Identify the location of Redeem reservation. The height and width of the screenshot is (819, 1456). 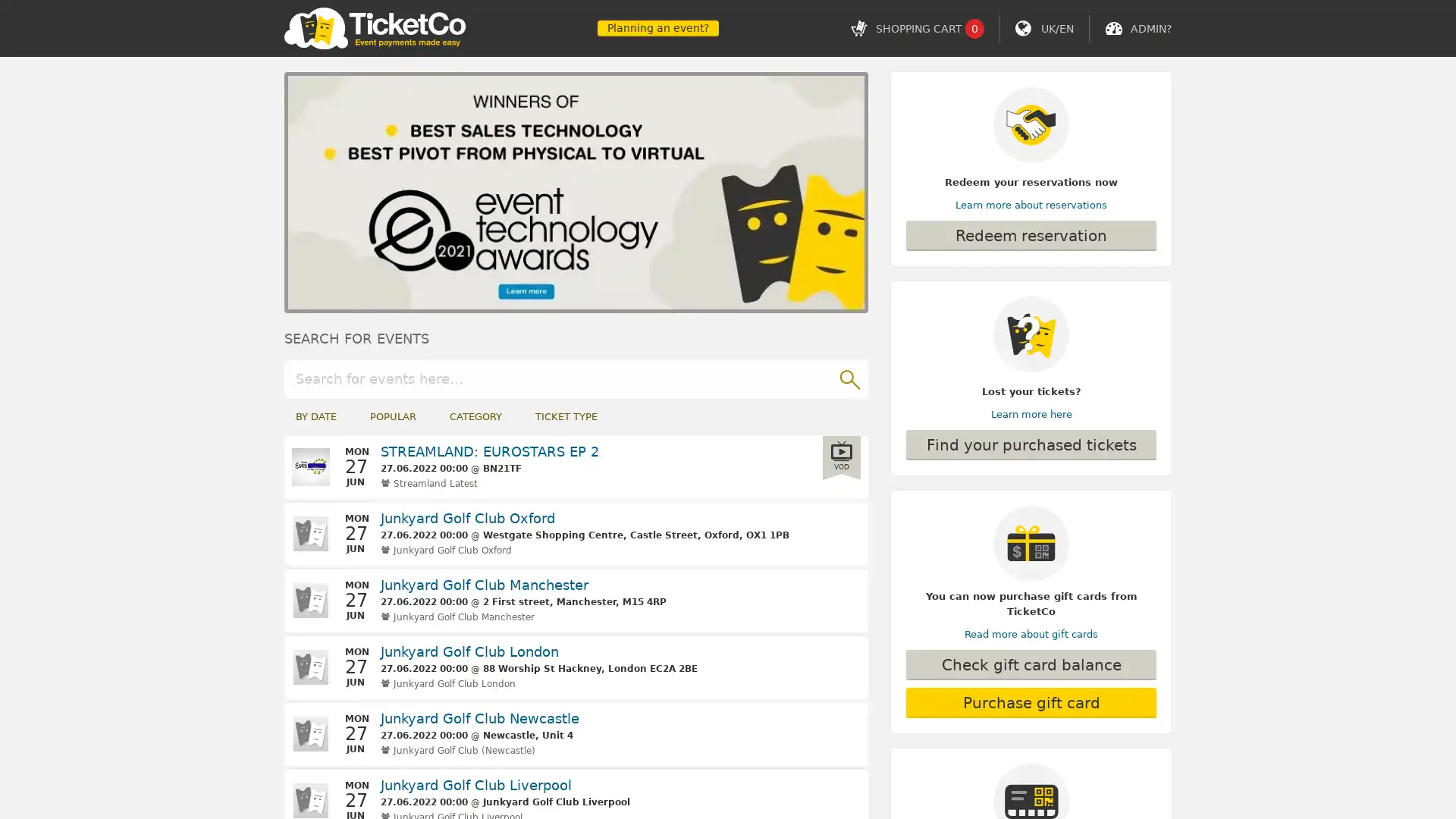
(1031, 236).